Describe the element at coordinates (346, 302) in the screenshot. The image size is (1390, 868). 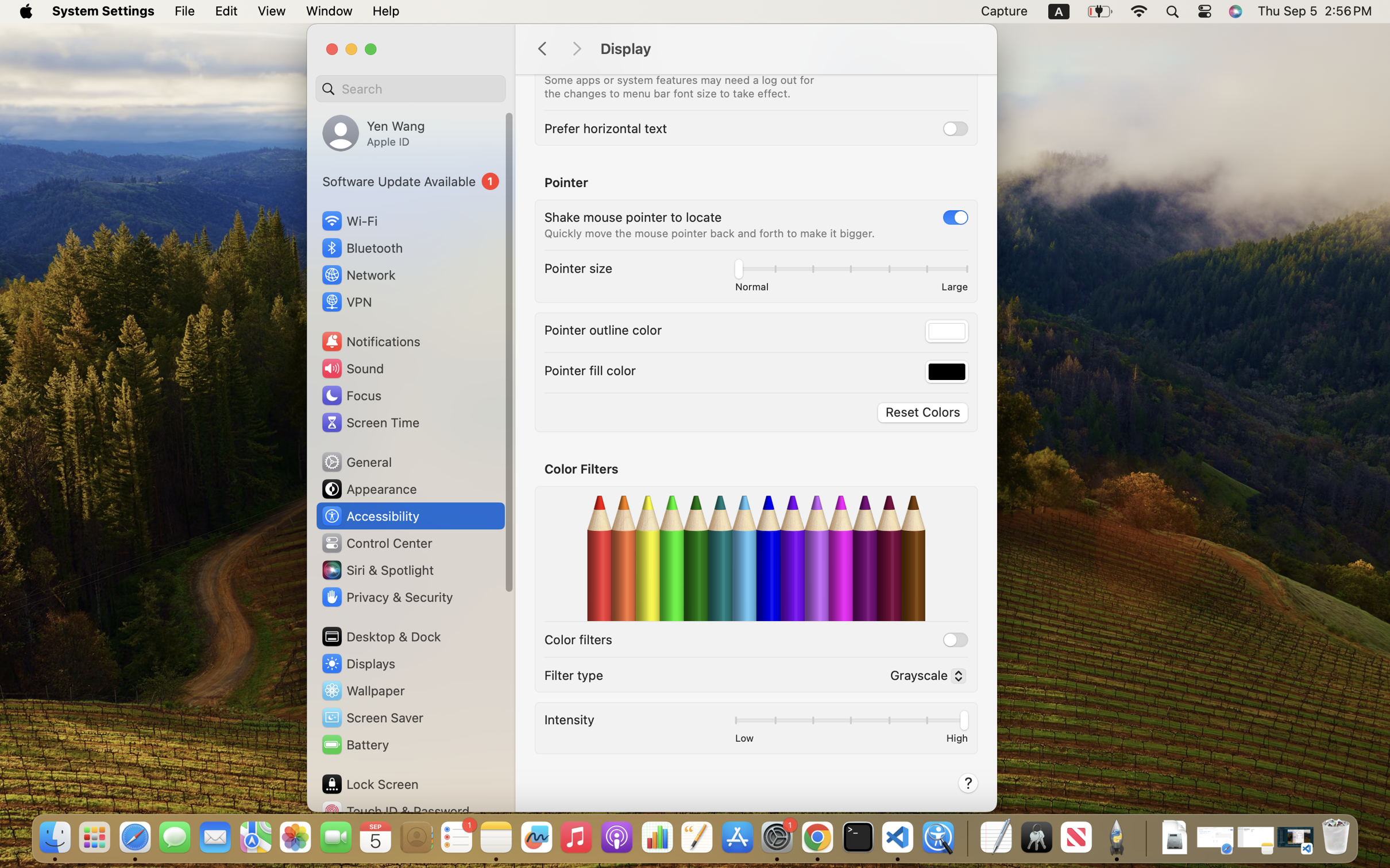
I see `'VPN'` at that location.